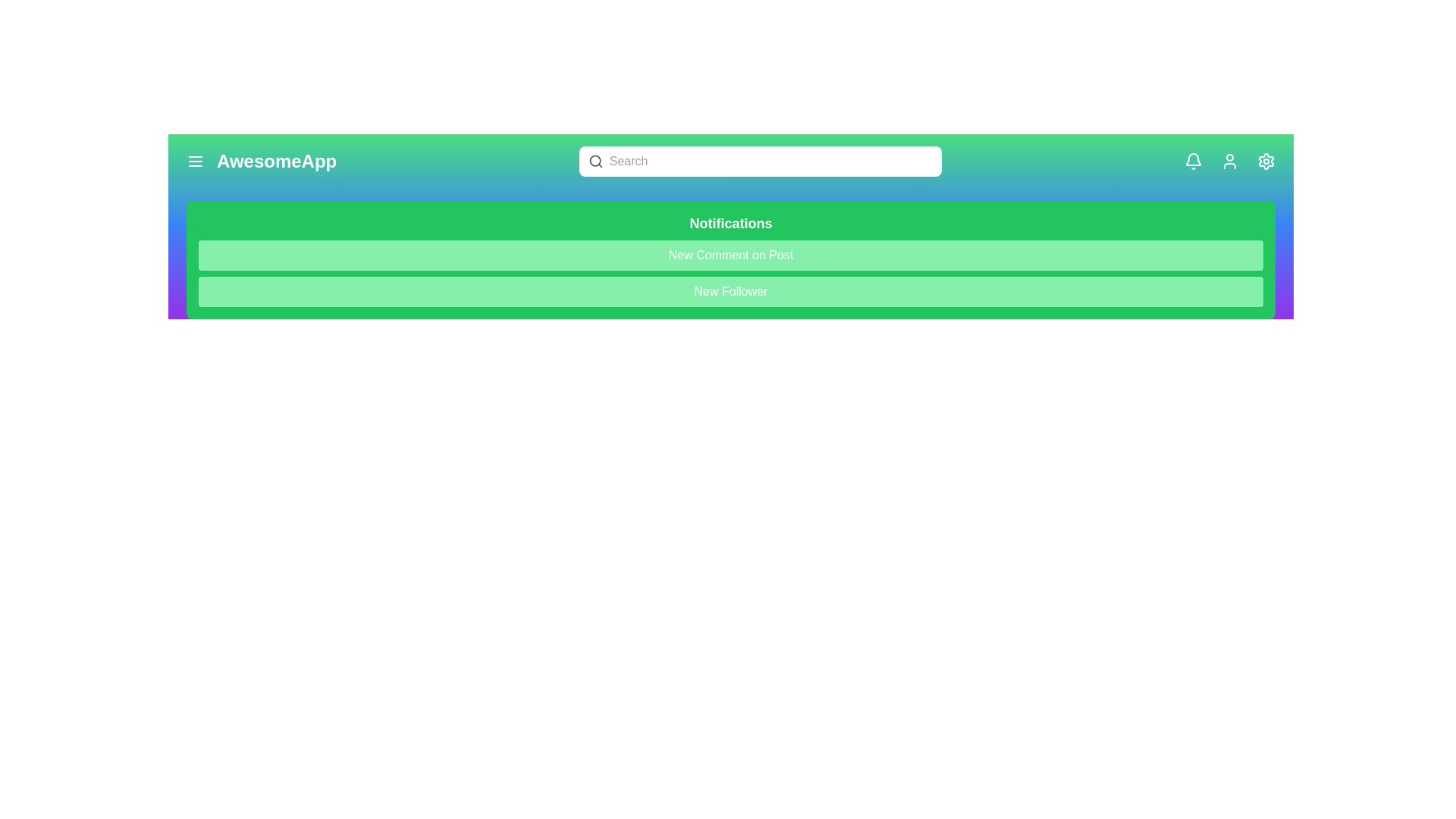 Image resolution: width=1456 pixels, height=819 pixels. What do you see at coordinates (262, 161) in the screenshot?
I see `application name 'AwesomeApp' displayed in the title and branding area located at the top-left corner of the interface` at bounding box center [262, 161].